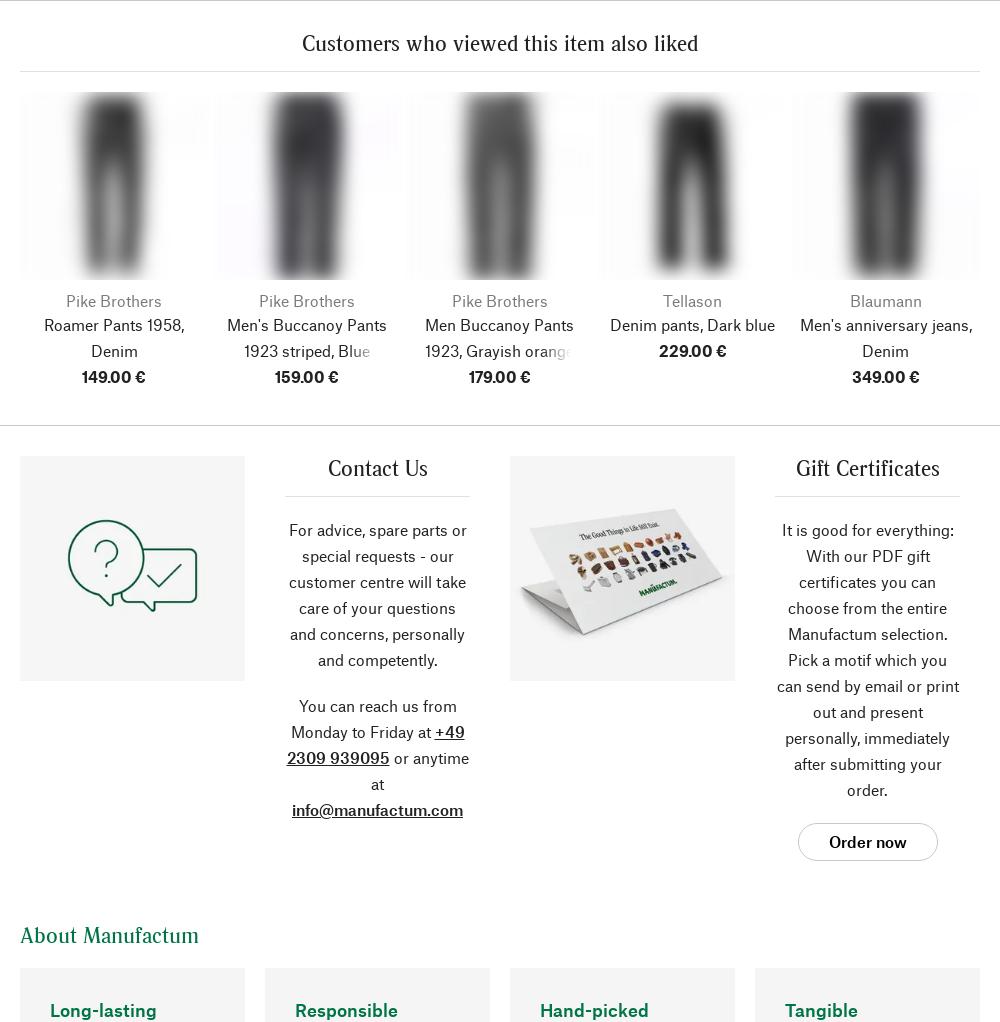  Describe the element at coordinates (820, 1010) in the screenshot. I see `'Tangible'` at that location.